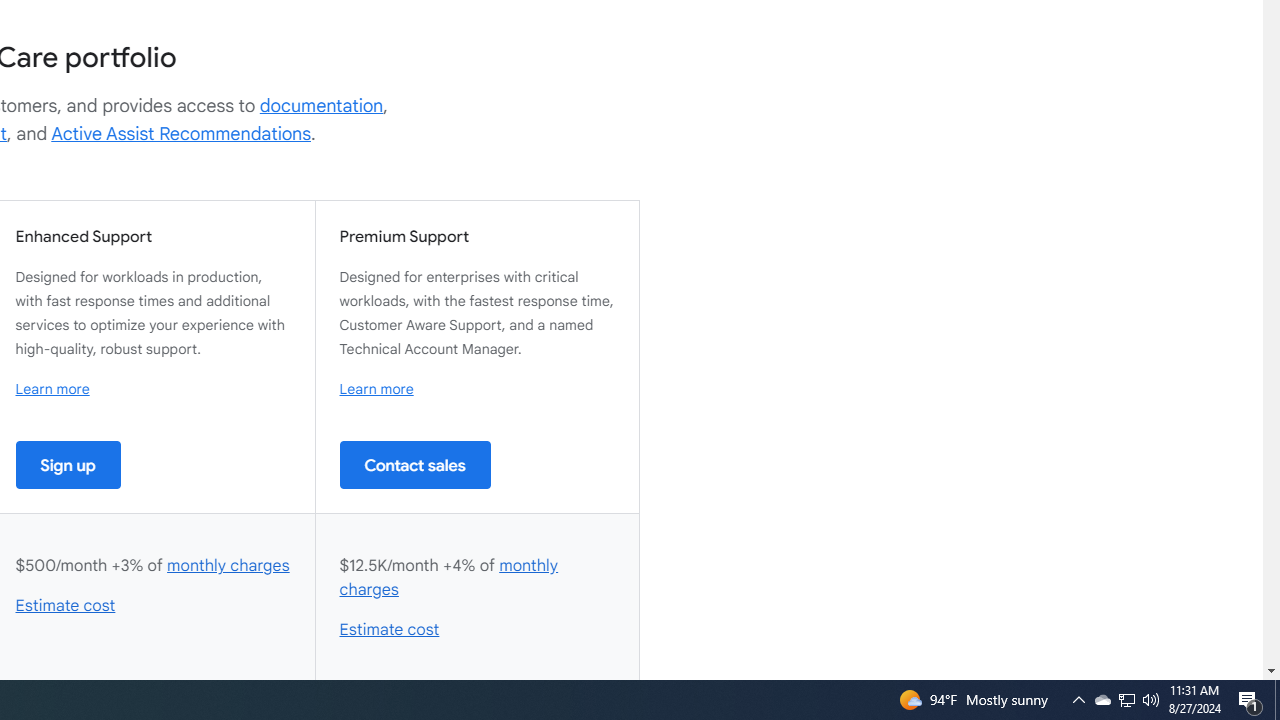  I want to click on 'Sign up', so click(68, 464).